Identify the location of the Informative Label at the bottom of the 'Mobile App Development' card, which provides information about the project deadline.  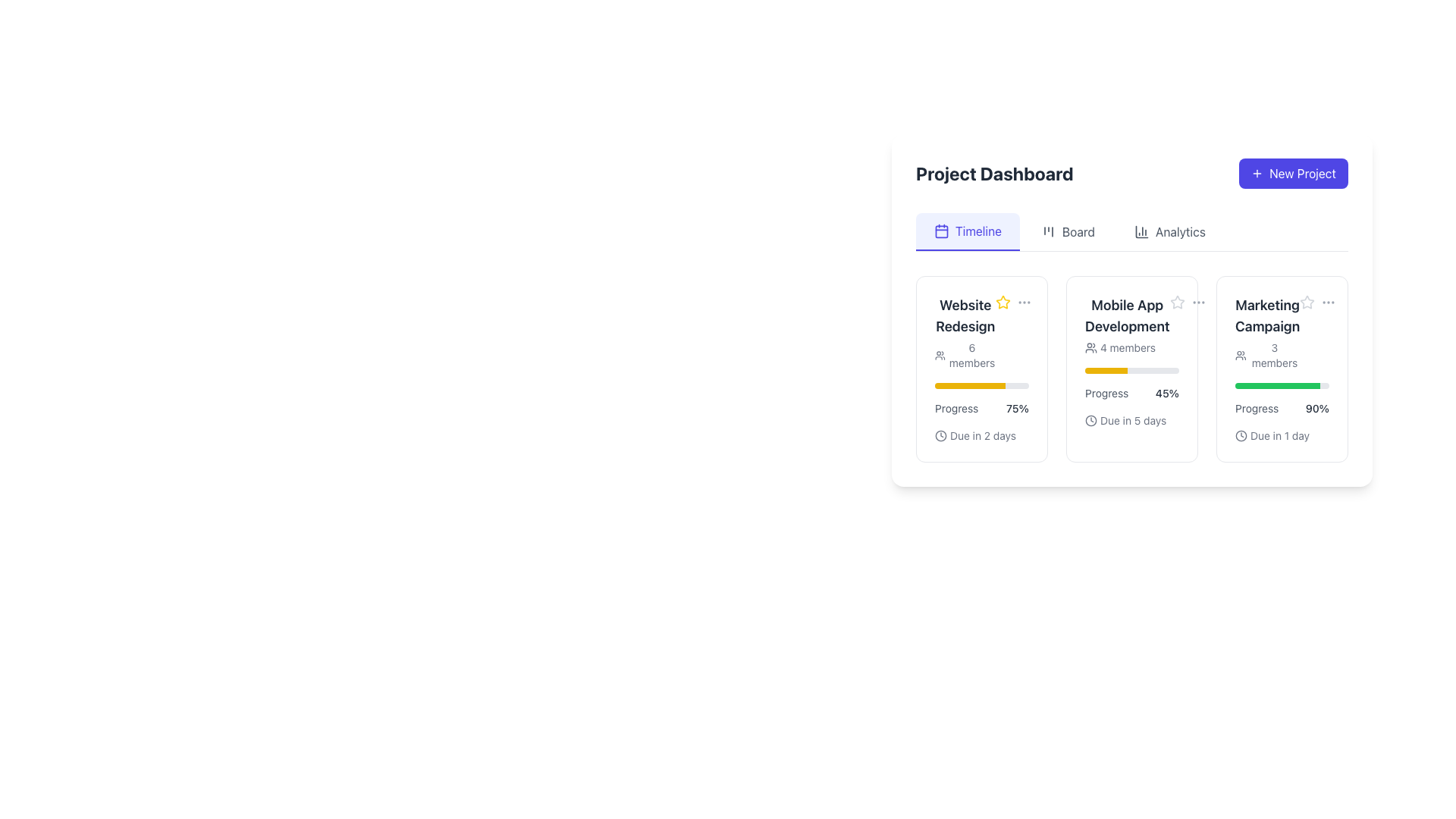
(1131, 421).